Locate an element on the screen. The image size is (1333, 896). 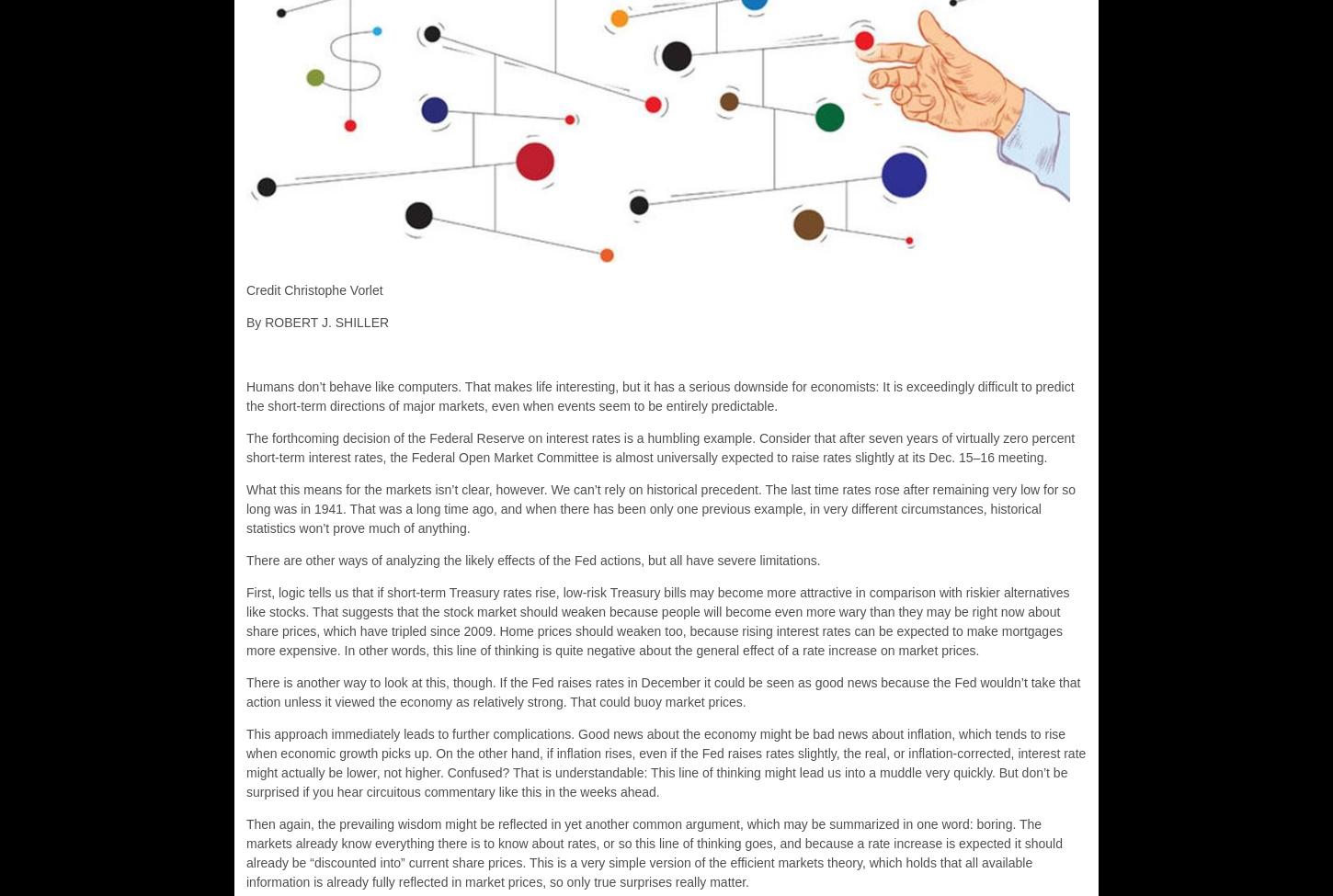
'Credit Christophe Vorlet' is located at coordinates (314, 289).